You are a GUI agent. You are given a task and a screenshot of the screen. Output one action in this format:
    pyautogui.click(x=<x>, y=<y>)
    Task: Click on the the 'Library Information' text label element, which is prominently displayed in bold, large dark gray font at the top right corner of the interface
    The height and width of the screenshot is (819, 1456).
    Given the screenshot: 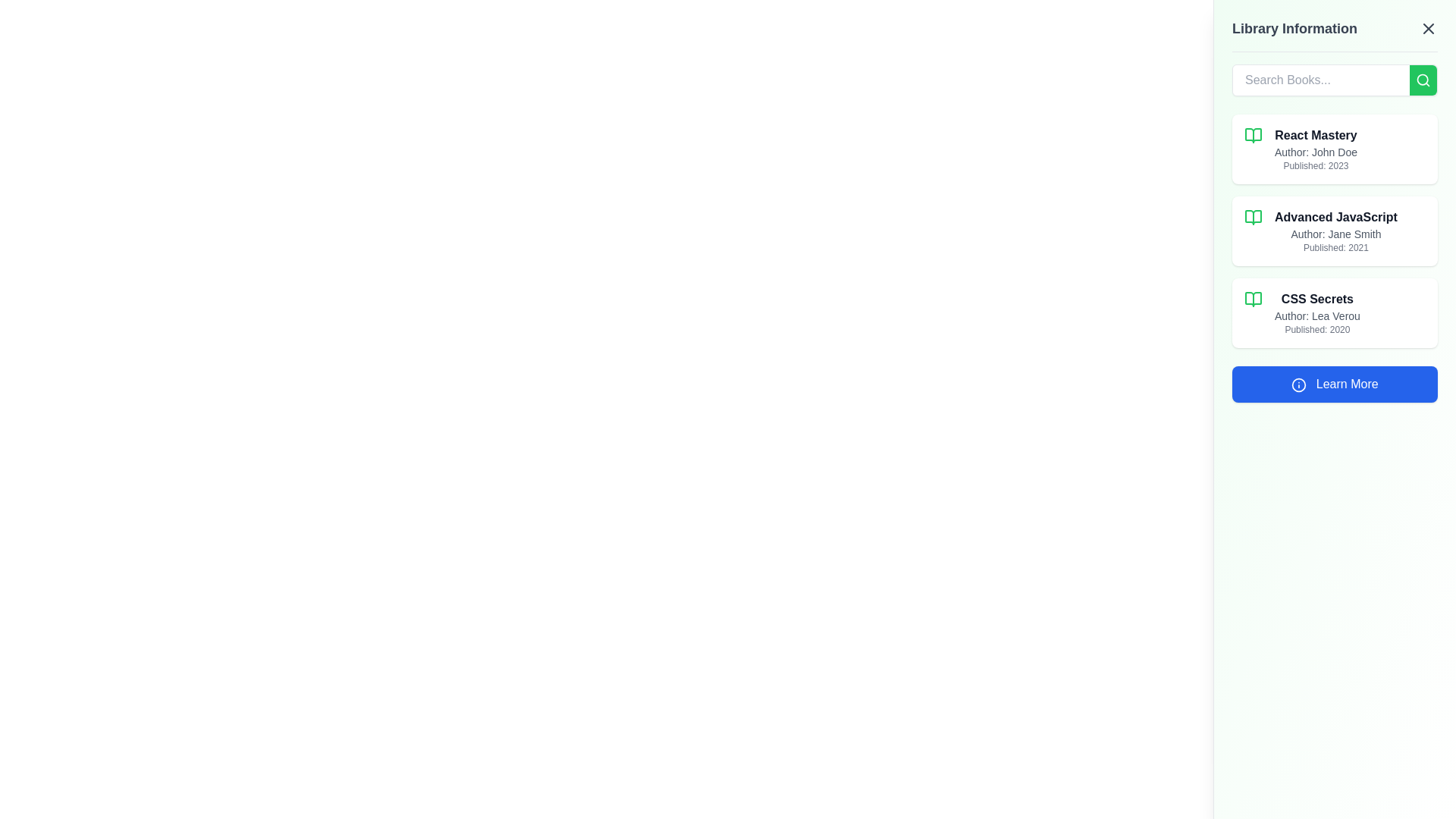 What is the action you would take?
    pyautogui.click(x=1294, y=29)
    